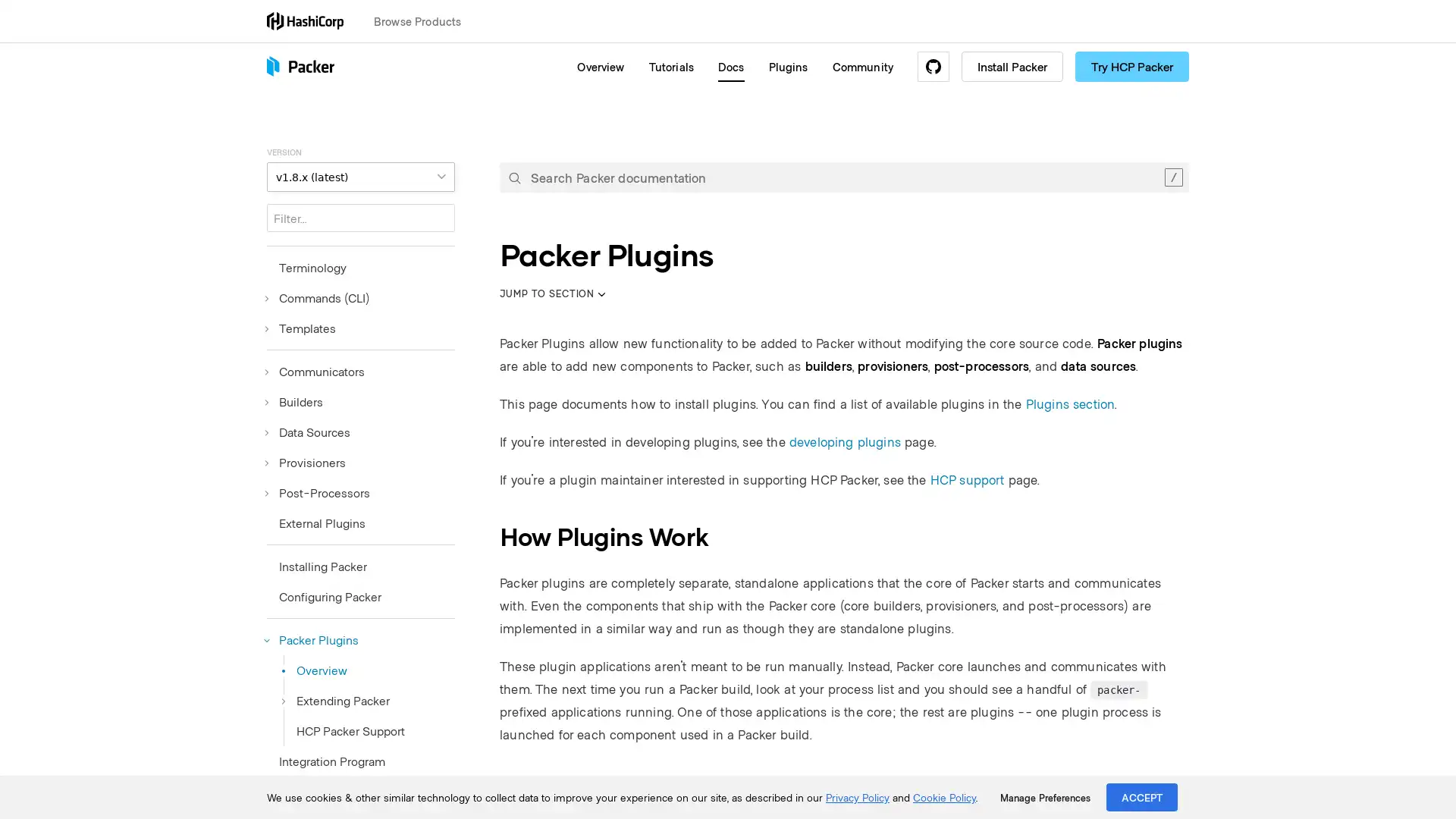 The width and height of the screenshot is (1456, 819). Describe the element at coordinates (315, 371) in the screenshot. I see `Communicators` at that location.